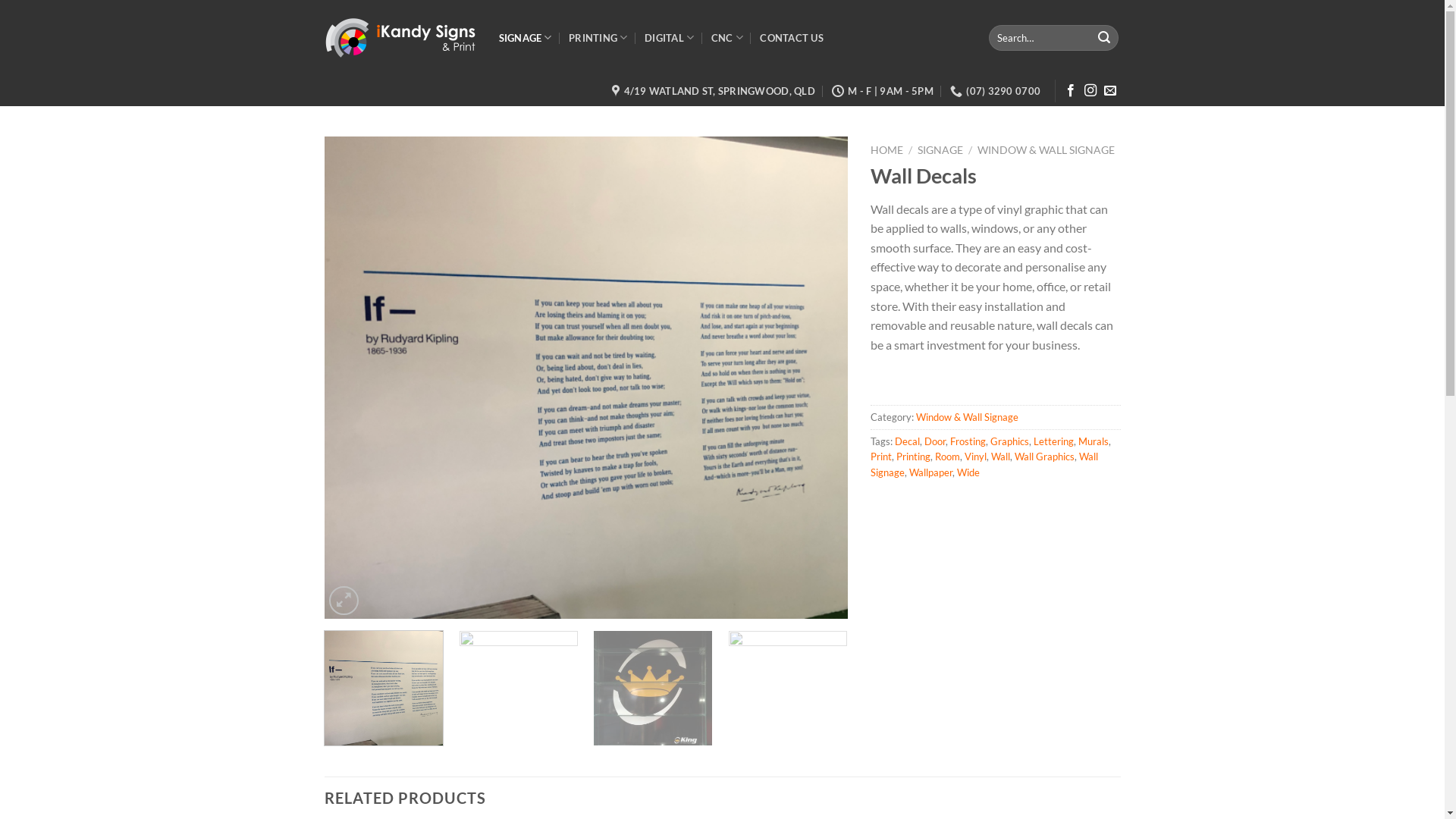 The image size is (1456, 819). I want to click on 'DIGITAL', so click(668, 36).